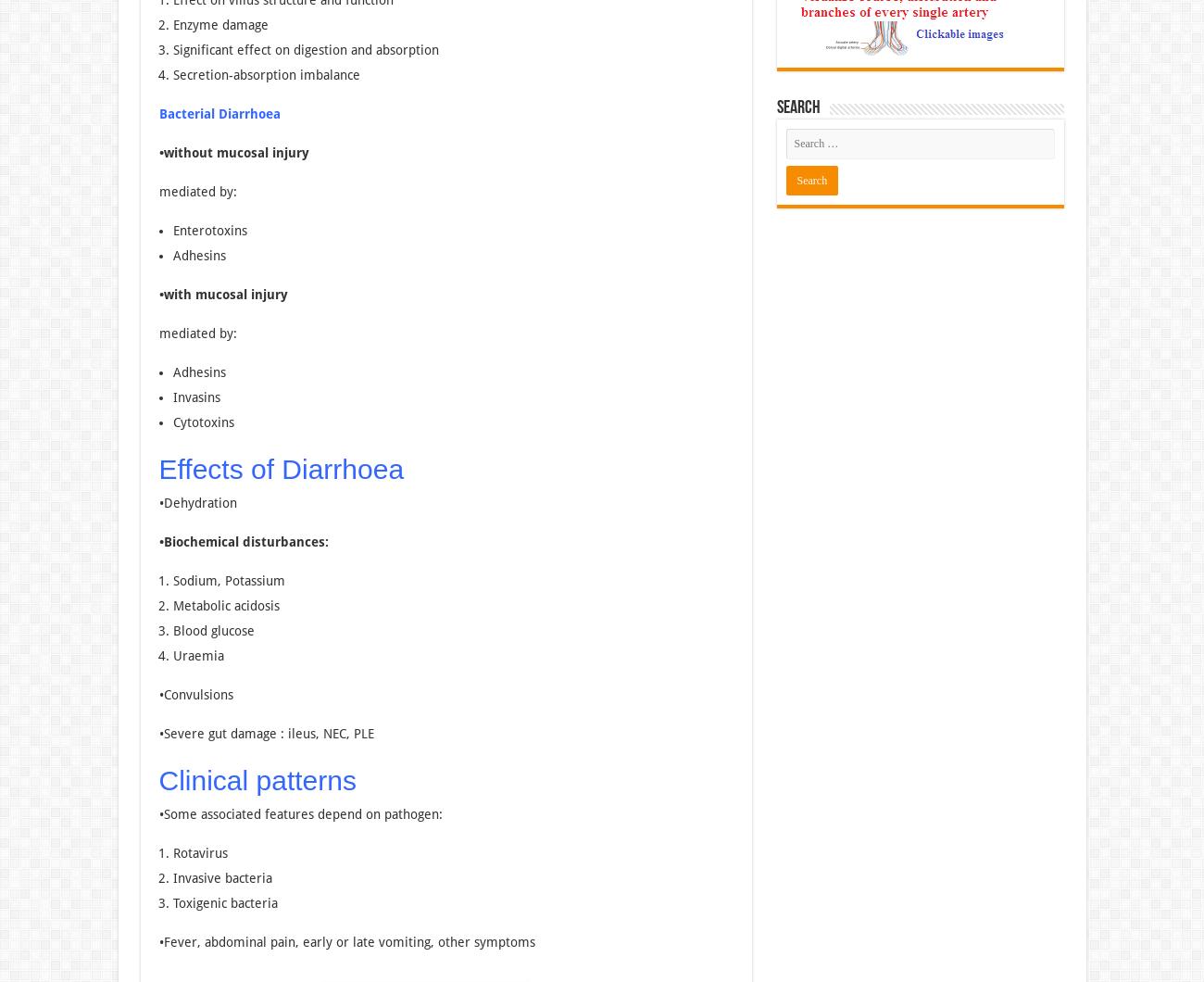  Describe the element at coordinates (304, 49) in the screenshot. I see `'Significant effect on digestion and absorption'` at that location.